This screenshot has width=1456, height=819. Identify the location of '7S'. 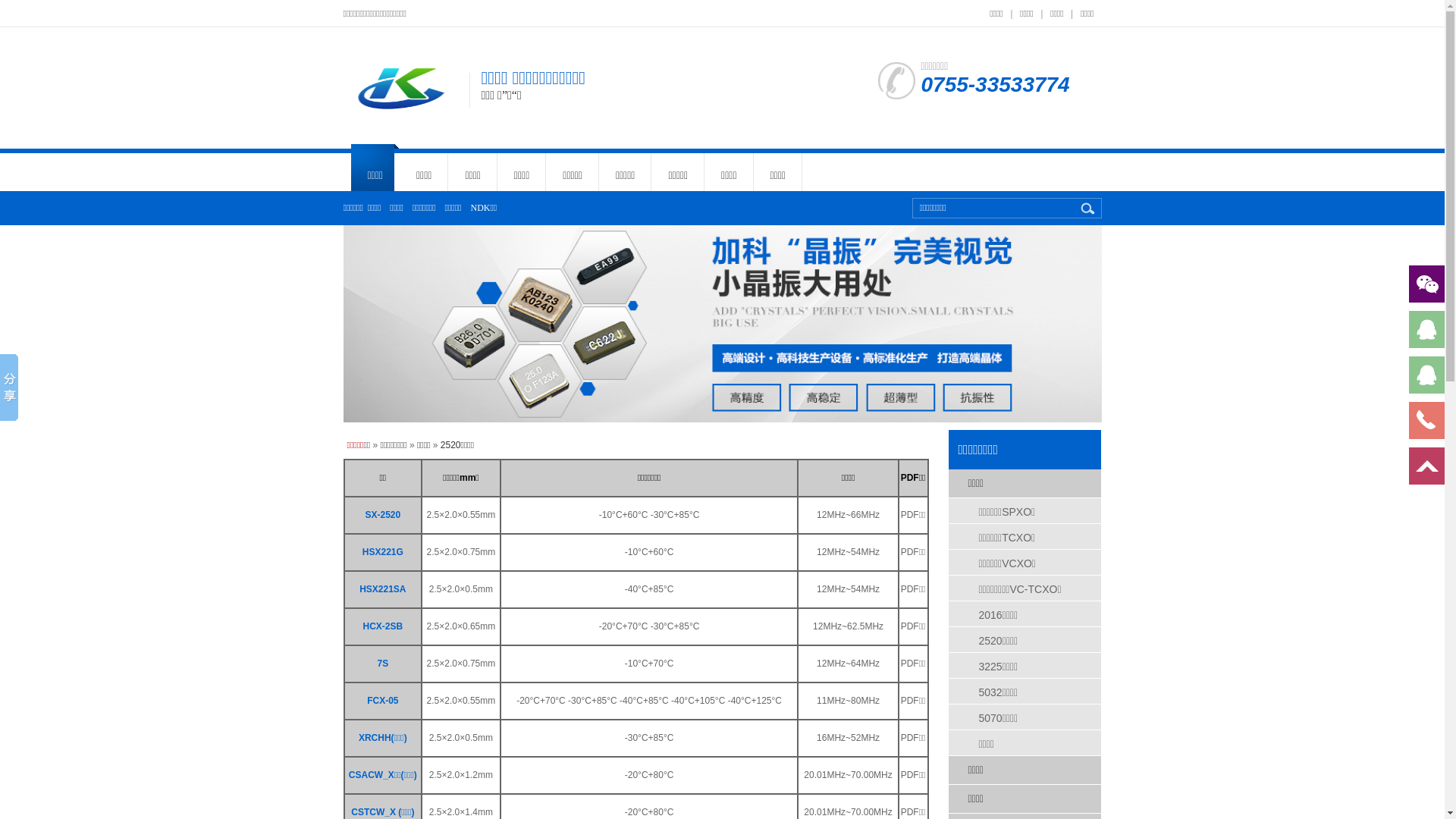
(382, 663).